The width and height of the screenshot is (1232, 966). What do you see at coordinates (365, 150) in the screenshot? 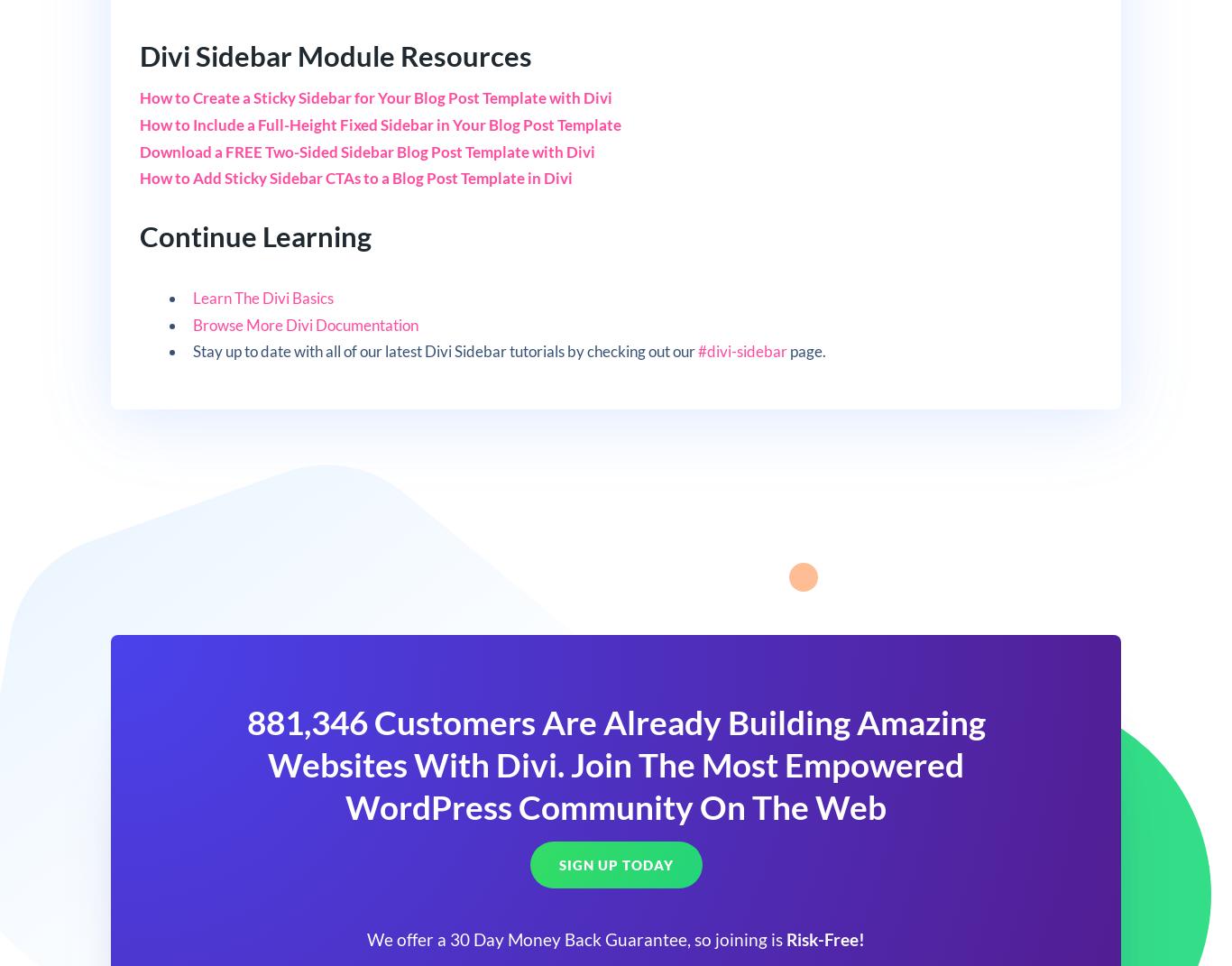
I see `'Download a FREE Two-Sided Sidebar Blog Post Template with Divi'` at bounding box center [365, 150].